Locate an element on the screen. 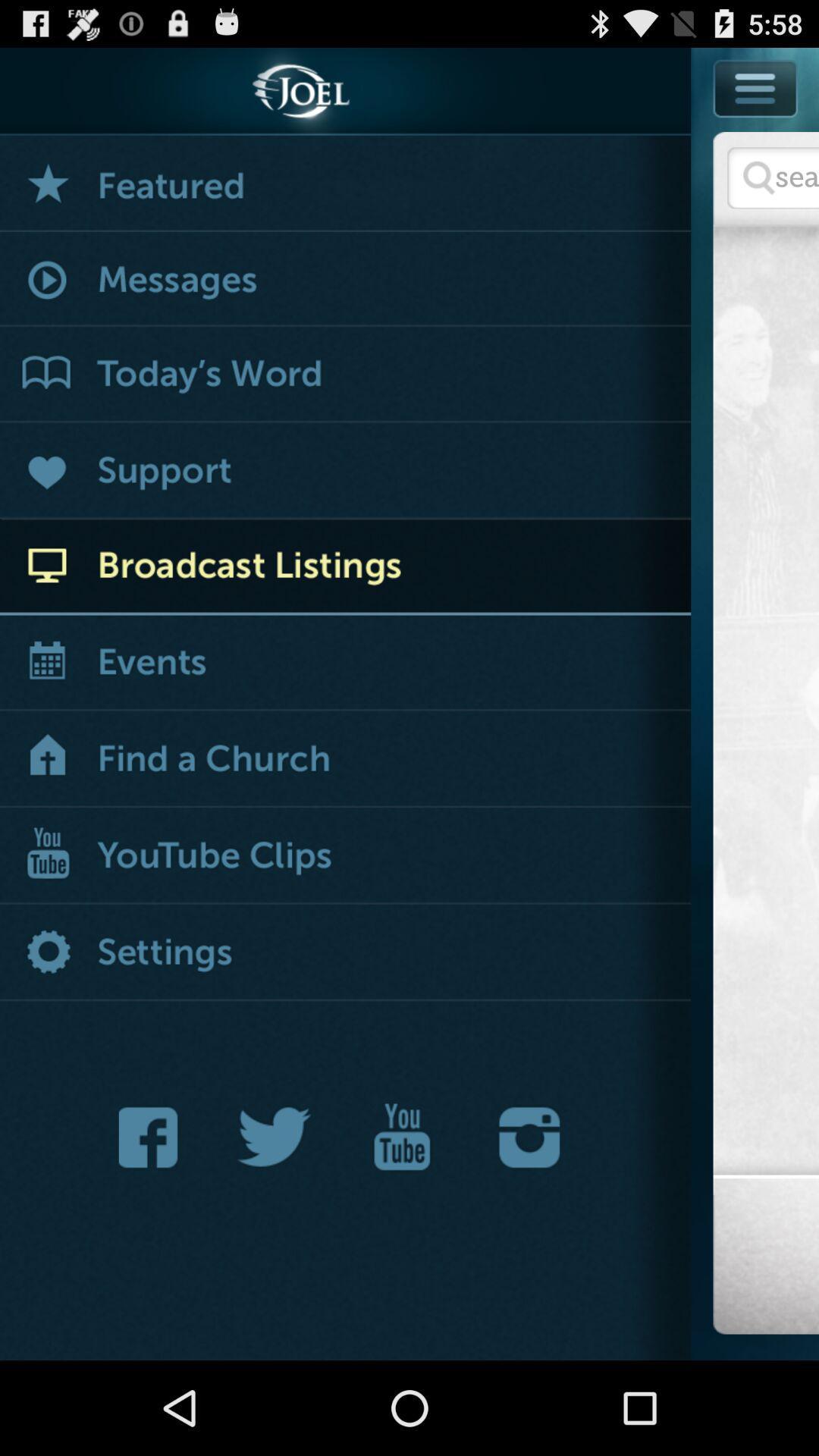  visit app 's twitter is located at coordinates (275, 1137).